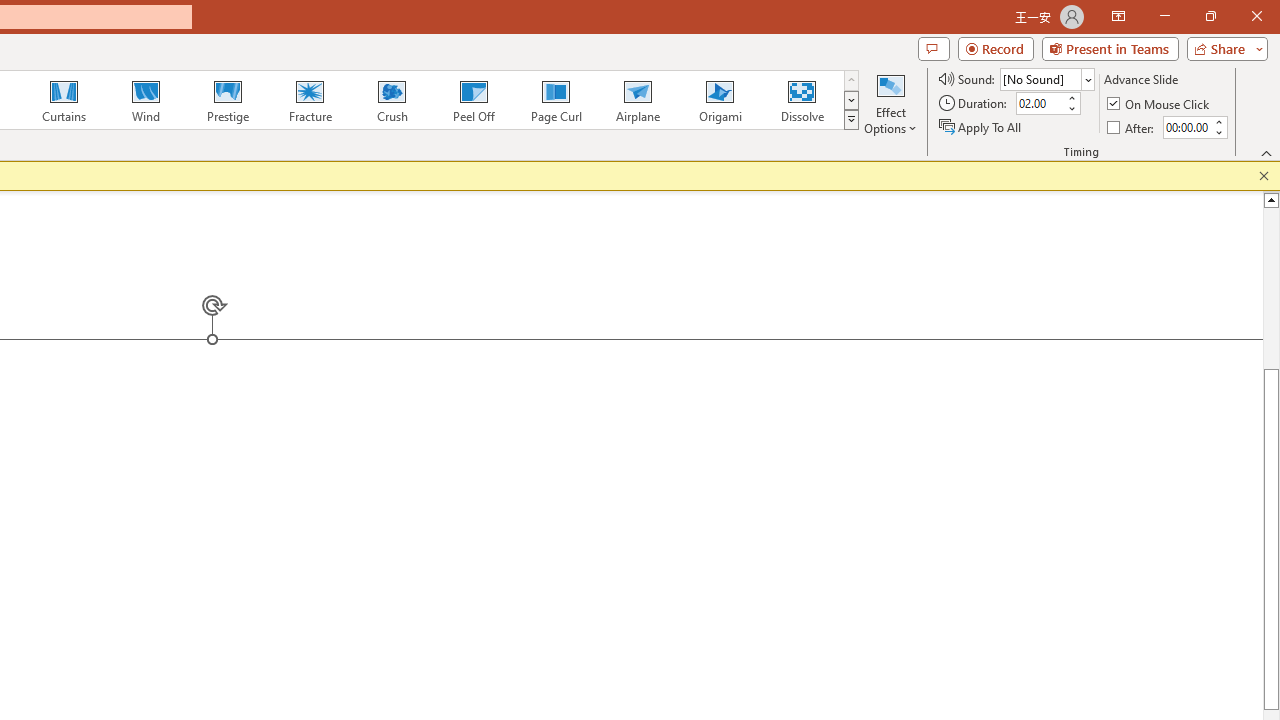  What do you see at coordinates (851, 120) in the screenshot?
I see `'Transition Effects'` at bounding box center [851, 120].